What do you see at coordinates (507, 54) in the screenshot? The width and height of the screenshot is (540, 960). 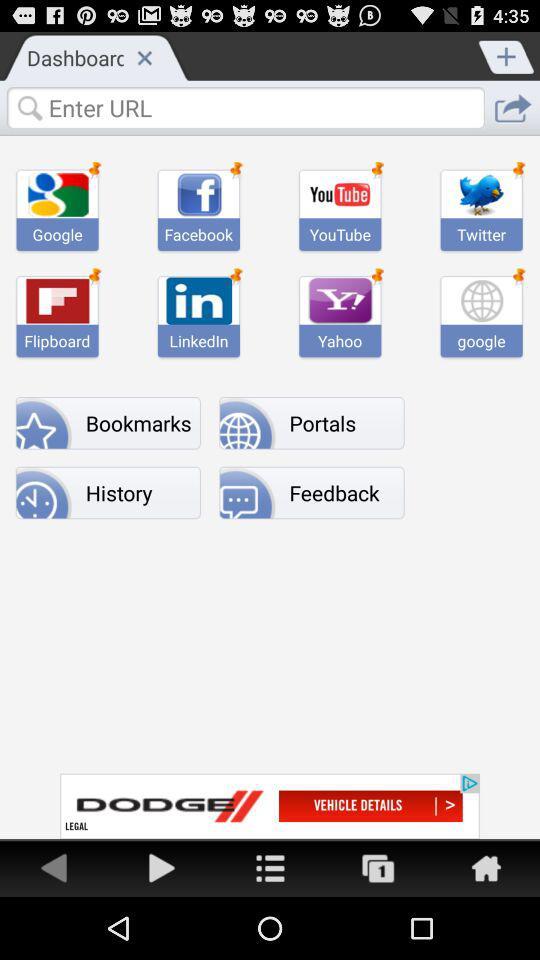 I see `tab option` at bounding box center [507, 54].